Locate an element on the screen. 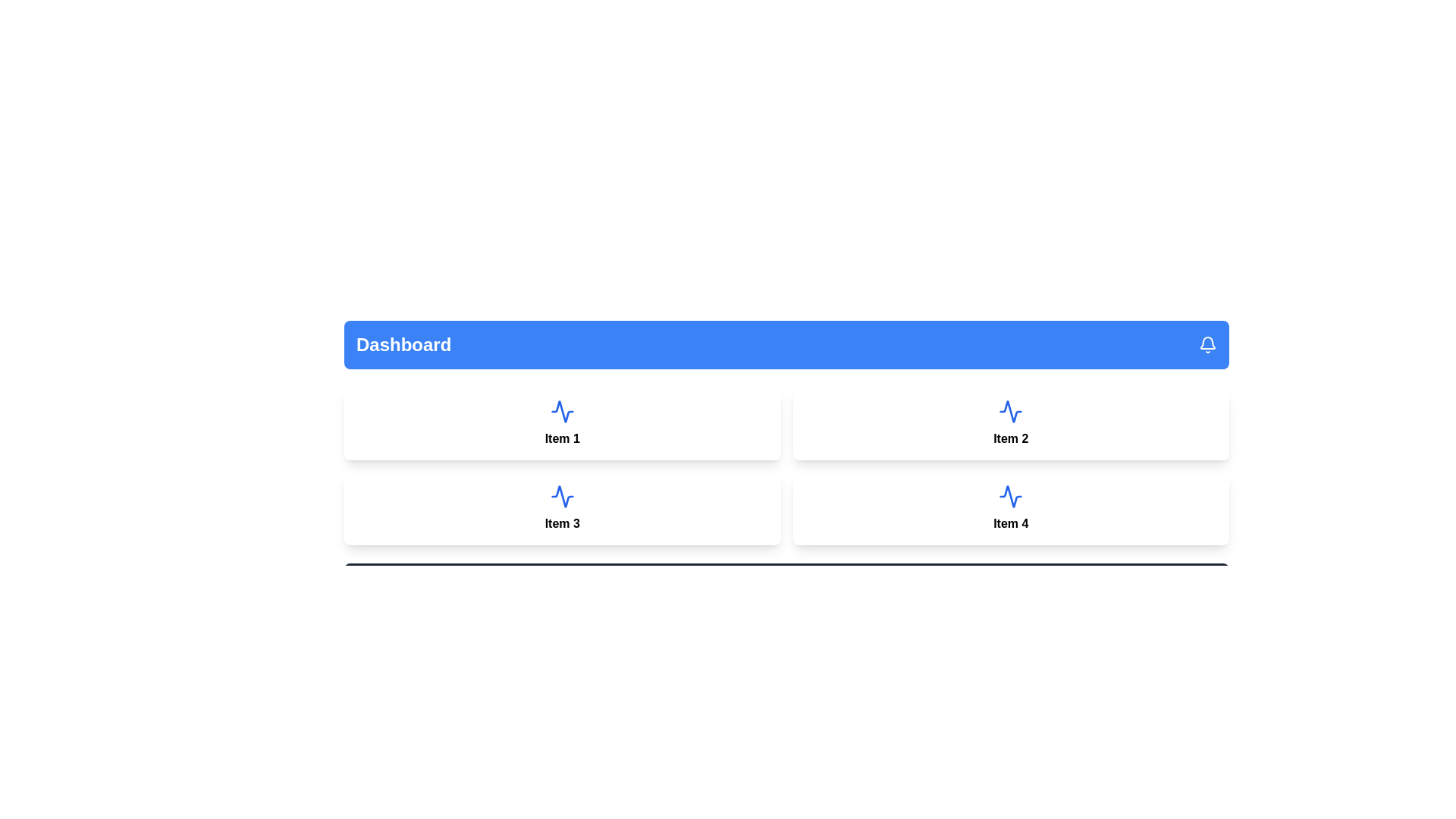  the Card displaying information or a feature associated with 'Item 4' located at the bottom-right corner of the grid layout is located at coordinates (1011, 509).